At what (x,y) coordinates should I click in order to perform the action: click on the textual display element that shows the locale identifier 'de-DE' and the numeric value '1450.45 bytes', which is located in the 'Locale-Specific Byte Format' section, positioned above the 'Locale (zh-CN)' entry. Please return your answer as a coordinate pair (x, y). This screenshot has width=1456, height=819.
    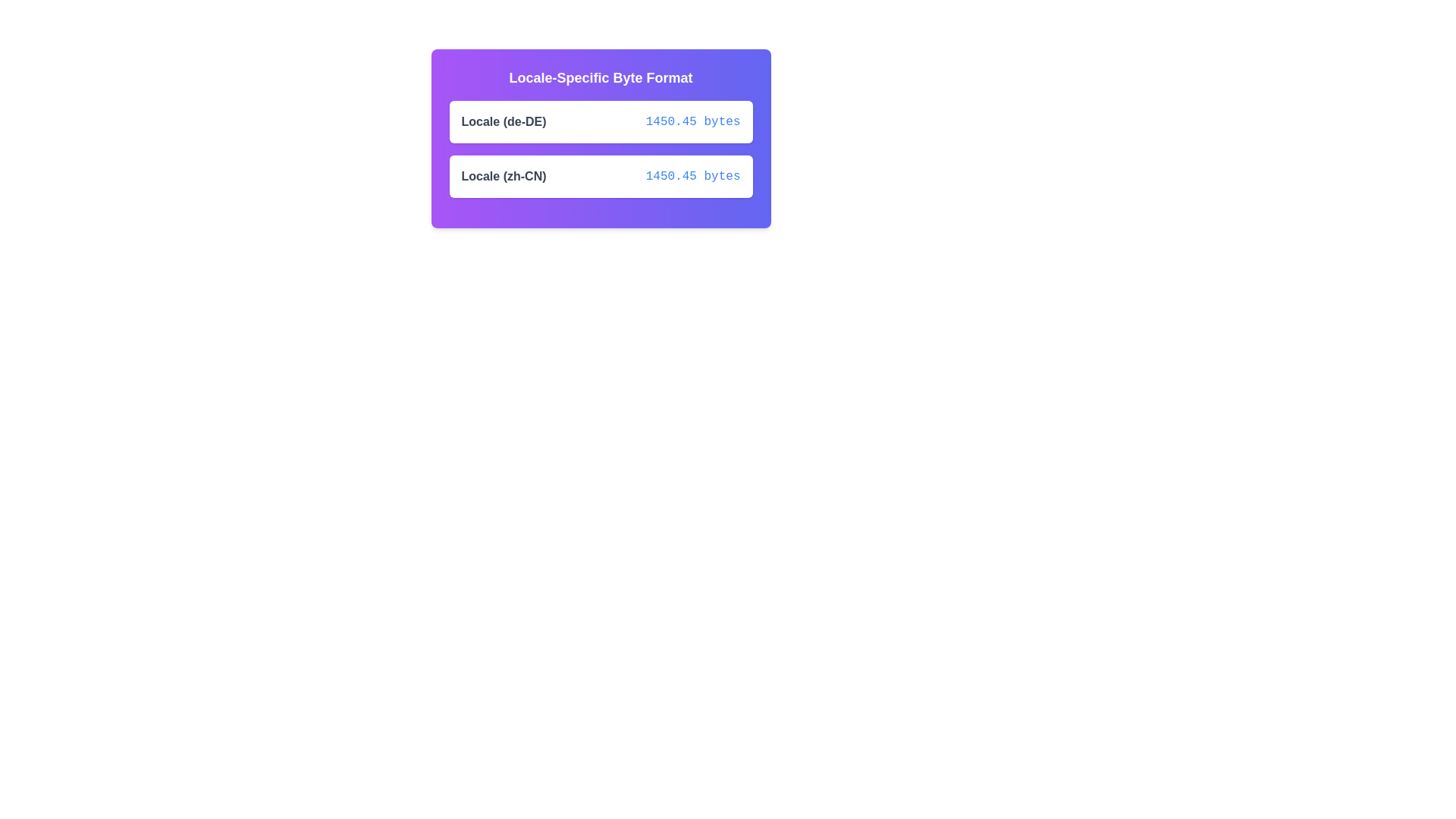
    Looking at the image, I should click on (600, 121).